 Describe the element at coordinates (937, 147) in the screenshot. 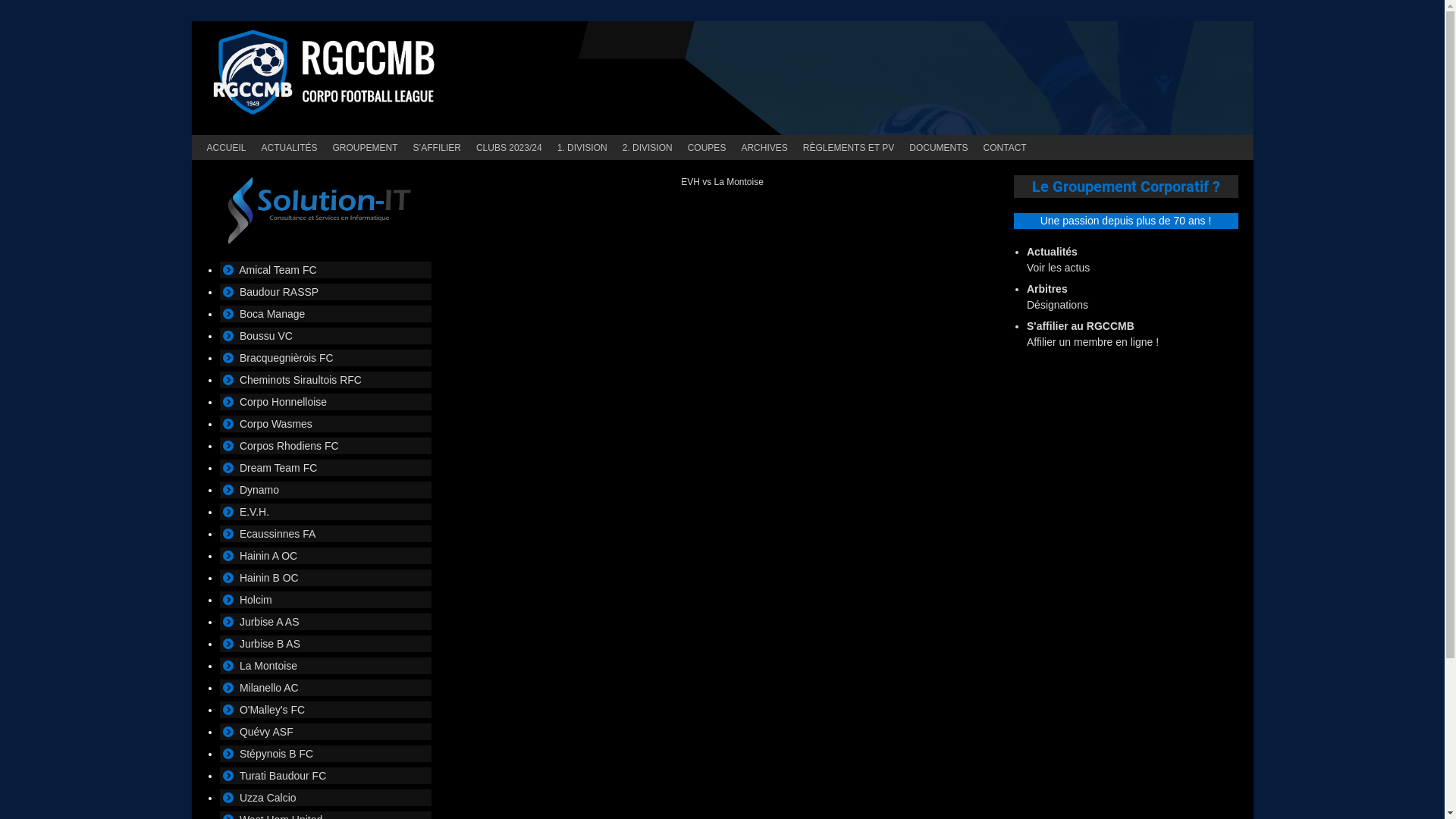

I see `'DOCUMENTS'` at that location.